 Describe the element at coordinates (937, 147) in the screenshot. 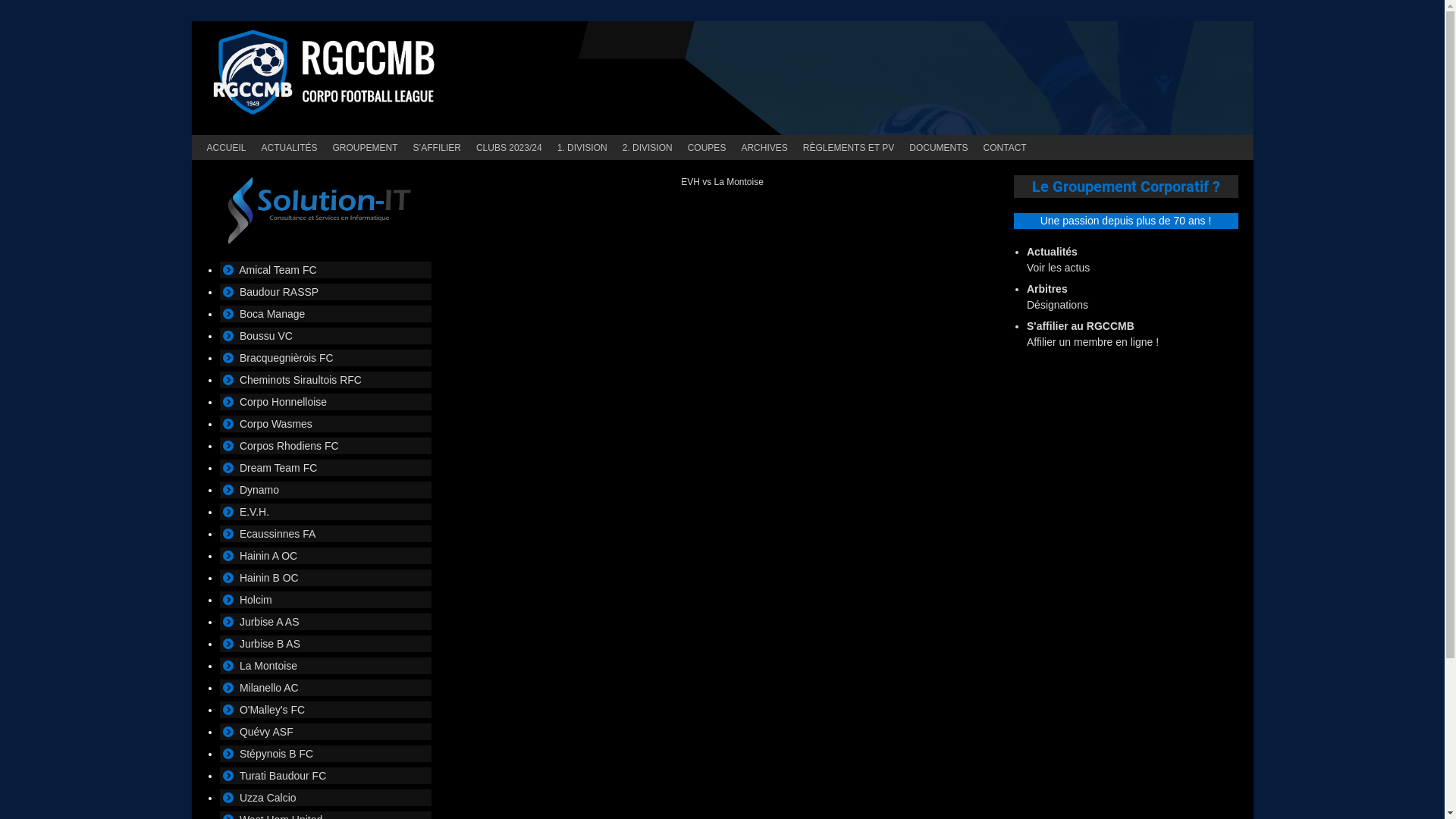

I see `'DOCUMENTS'` at that location.